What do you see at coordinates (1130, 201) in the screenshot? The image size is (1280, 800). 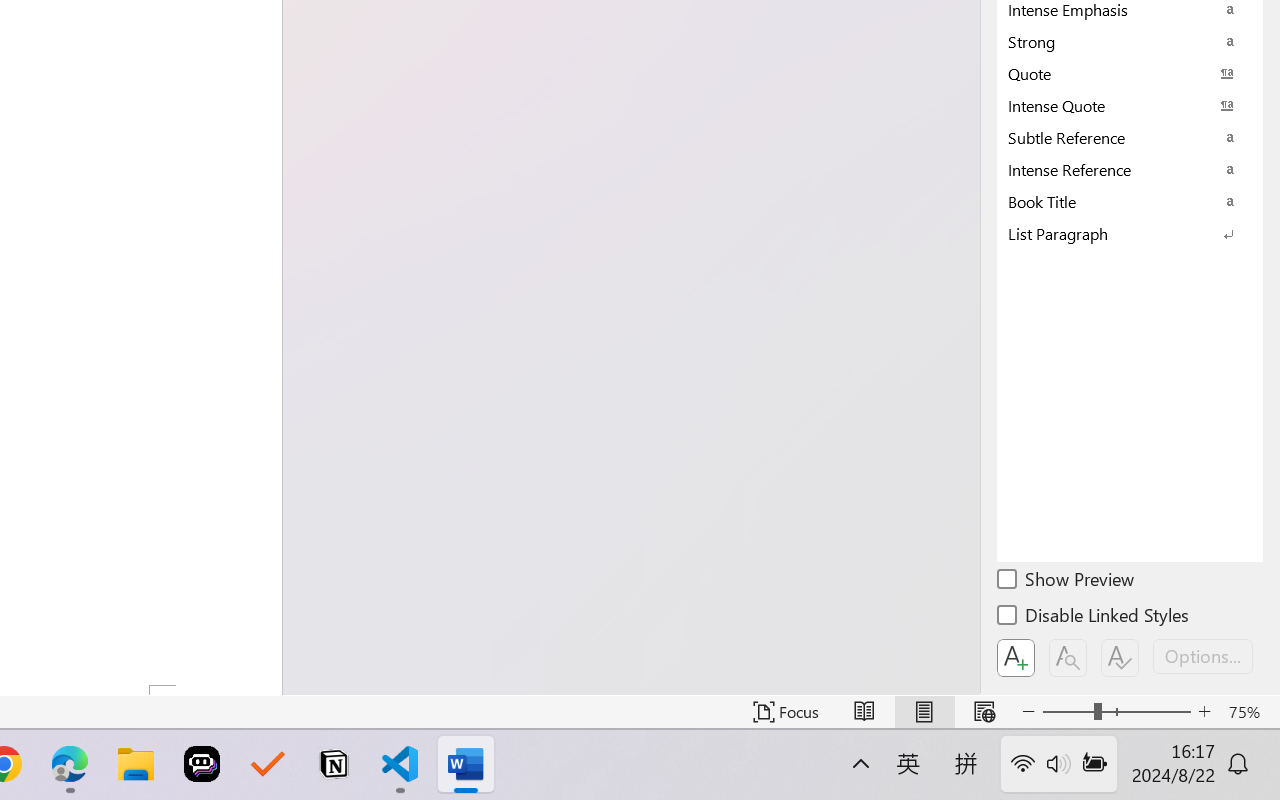 I see `'Book Title'` at bounding box center [1130, 201].